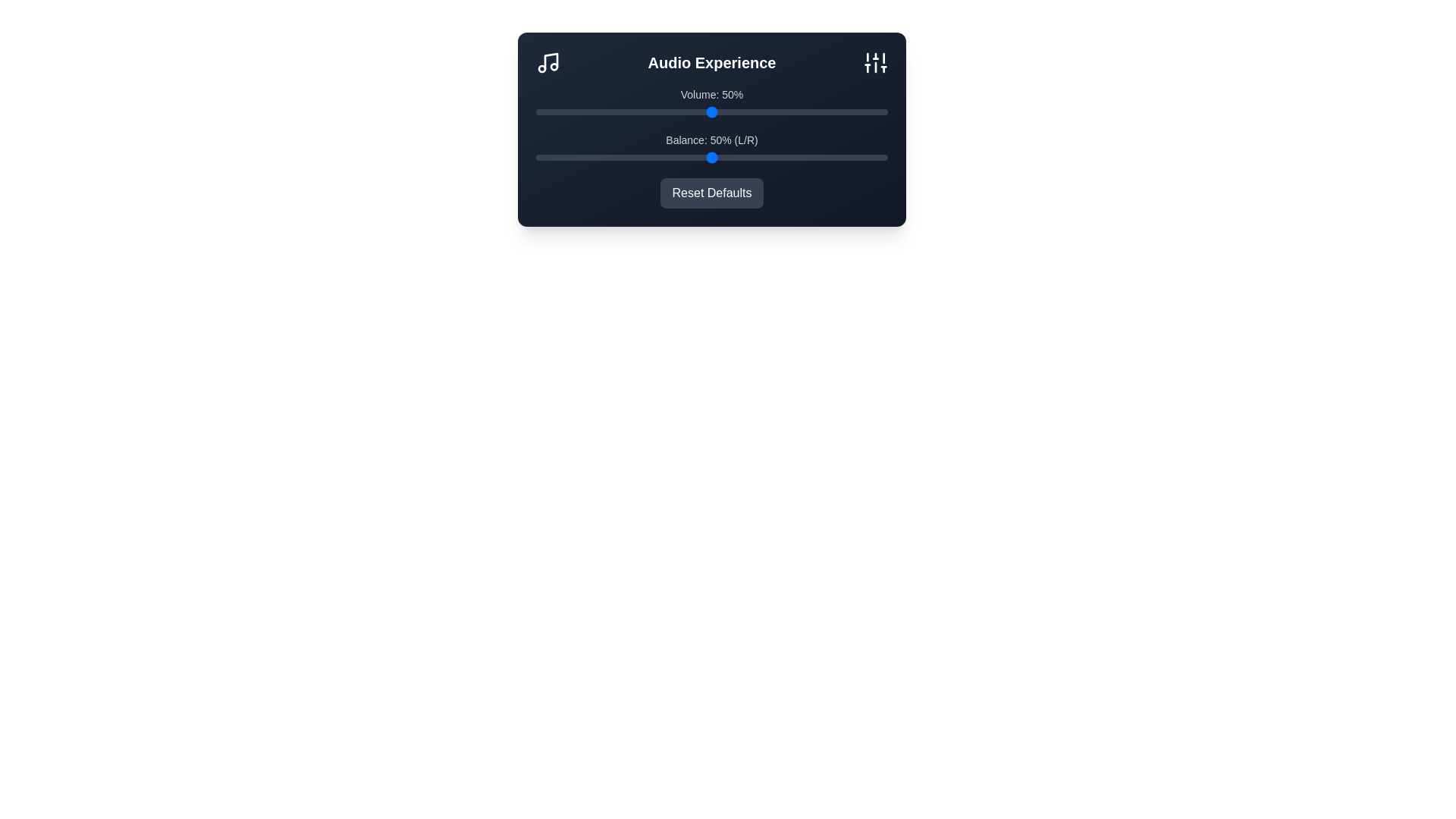  Describe the element at coordinates (852, 158) in the screenshot. I see `the balance slider to 90%` at that location.